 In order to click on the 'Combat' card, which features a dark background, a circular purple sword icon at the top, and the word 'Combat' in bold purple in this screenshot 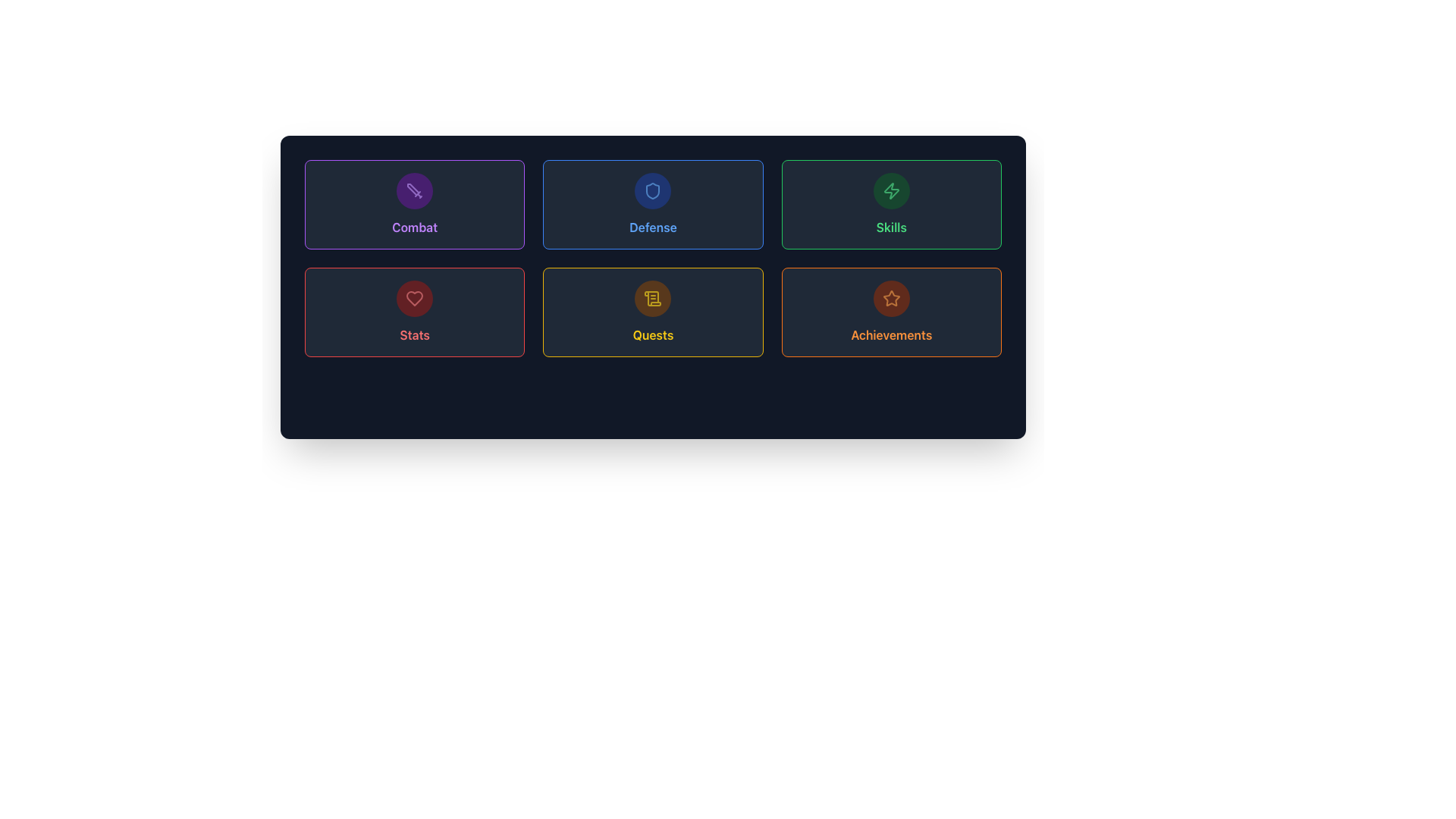, I will do `click(415, 205)`.